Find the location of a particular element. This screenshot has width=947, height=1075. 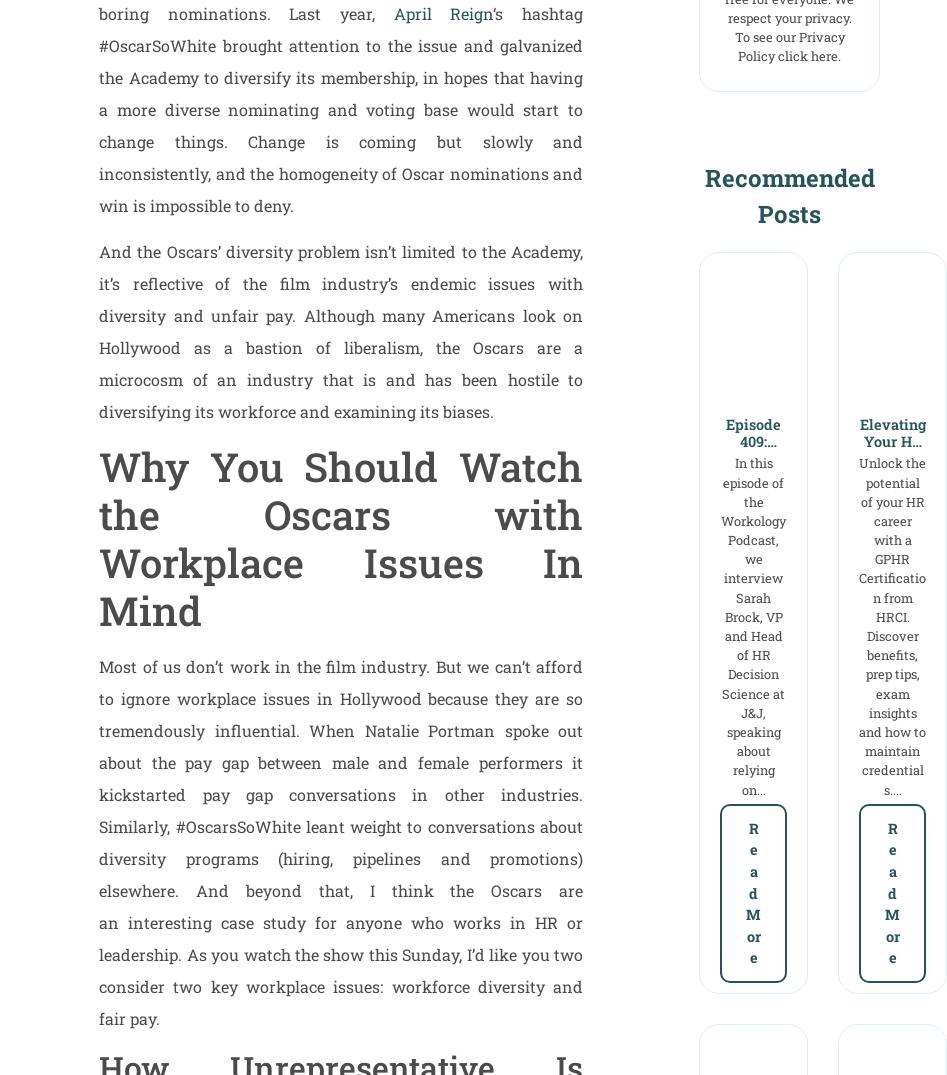

'Most of us don’t work in the film industry. But we can’t afford to ignore workplace issues in Hollywood because they are so tremendously influential. When Natalie Portman spoke out about the pay gap between male and female performers it kickstarted pay gap conversations in other industries. Similarly, #OscarsSoWhite leant weight to conversations about diversity programs (hiring, pipelines and promotions) elsewhere. And beyond that, I think the Oscars are an interesting case study for anyone who works in HR or leadership. As you watch the show this Sunday, I’d like you two consider two key workplace issues: workforce diversity and fair pay.' is located at coordinates (340, 841).